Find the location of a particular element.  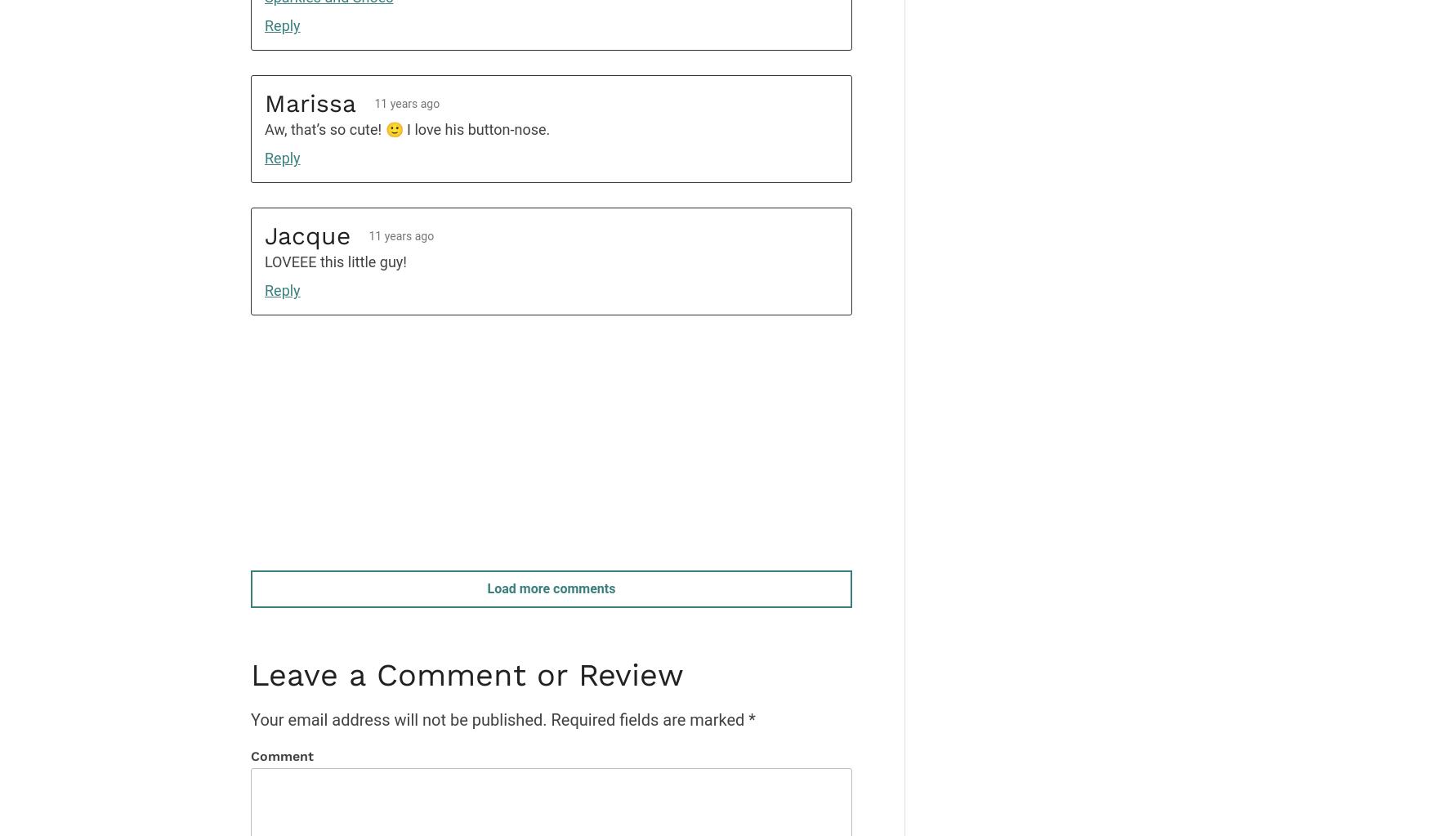

'Aw, that’s so cute! 🙂 I love his button-nose.' is located at coordinates (406, 129).